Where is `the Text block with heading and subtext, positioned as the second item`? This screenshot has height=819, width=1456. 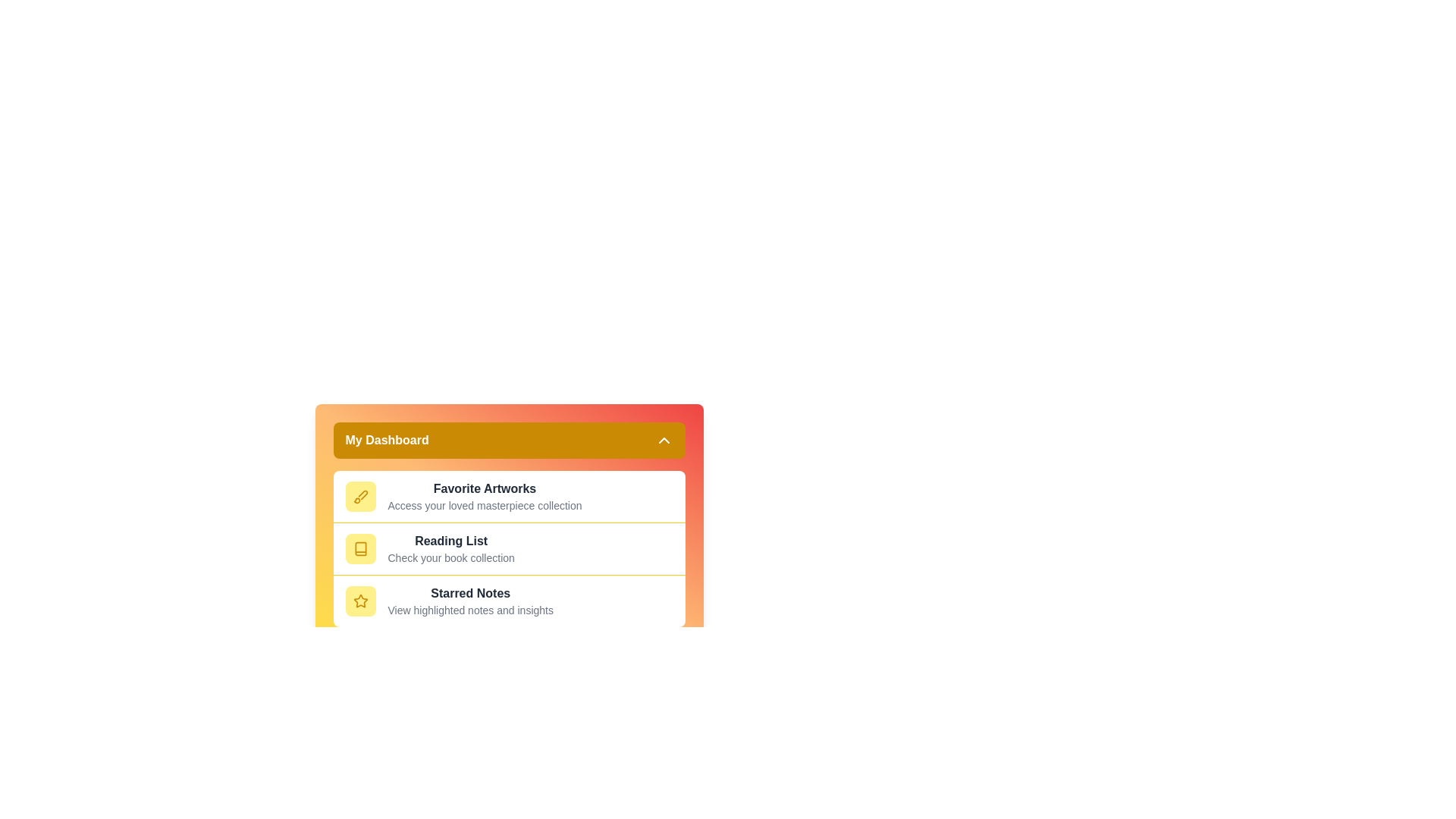
the Text block with heading and subtext, positioned as the second item is located at coordinates (450, 549).